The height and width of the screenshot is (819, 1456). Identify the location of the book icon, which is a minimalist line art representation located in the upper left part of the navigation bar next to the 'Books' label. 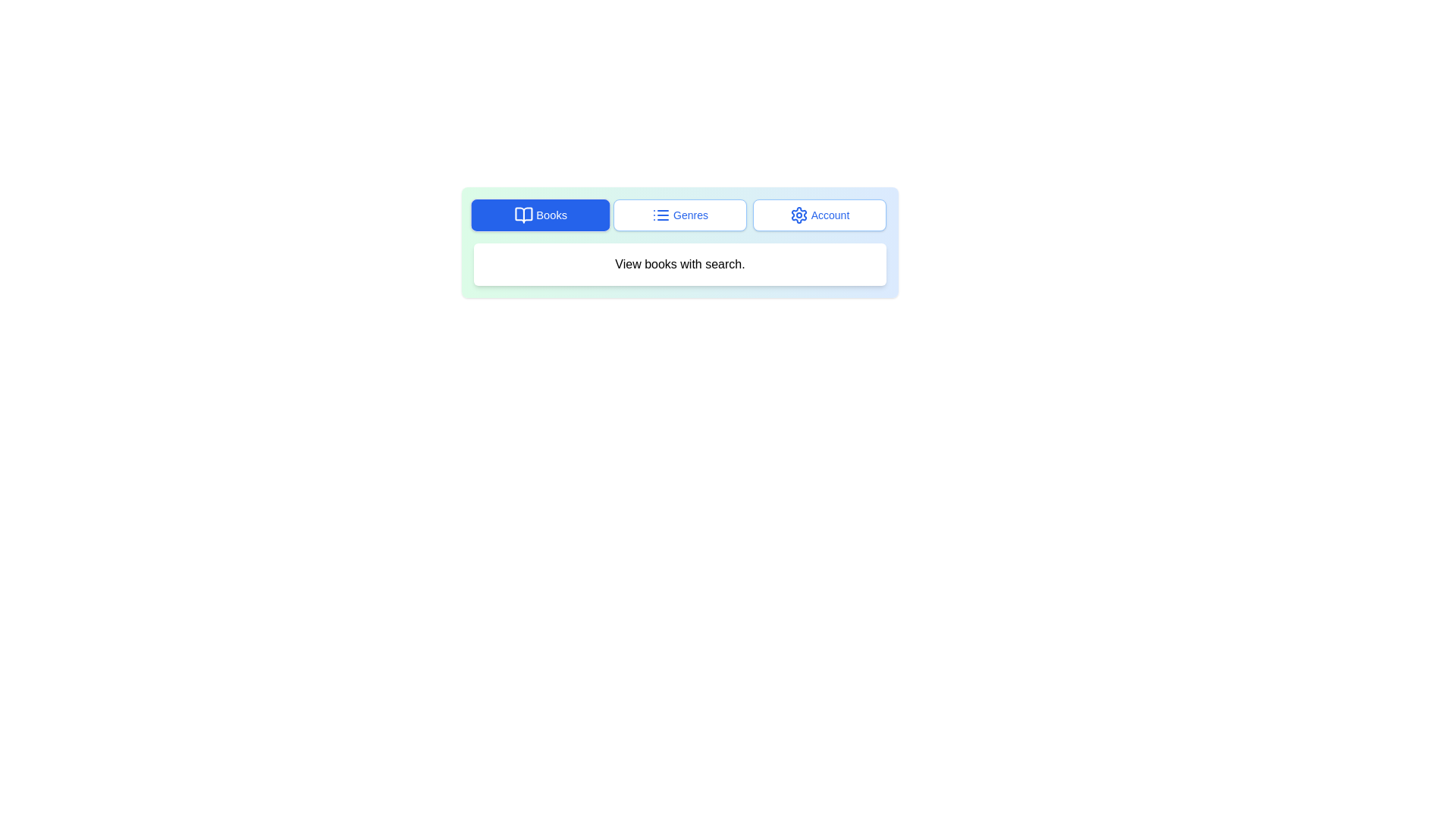
(523, 215).